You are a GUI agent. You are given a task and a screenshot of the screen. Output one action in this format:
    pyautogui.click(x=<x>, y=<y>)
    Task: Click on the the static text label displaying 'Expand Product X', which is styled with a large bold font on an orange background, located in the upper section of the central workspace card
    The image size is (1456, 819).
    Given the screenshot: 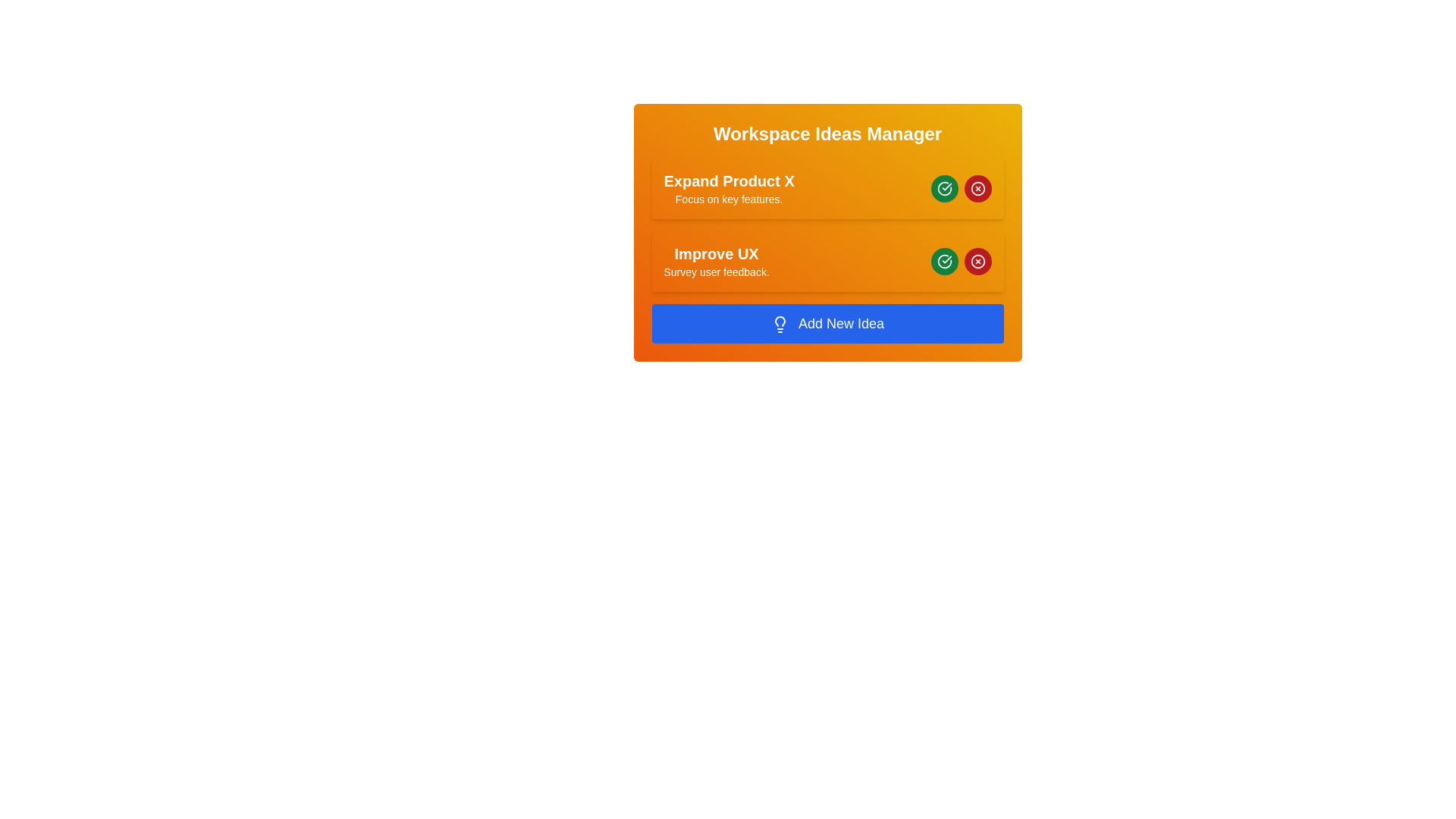 What is the action you would take?
    pyautogui.click(x=729, y=180)
    